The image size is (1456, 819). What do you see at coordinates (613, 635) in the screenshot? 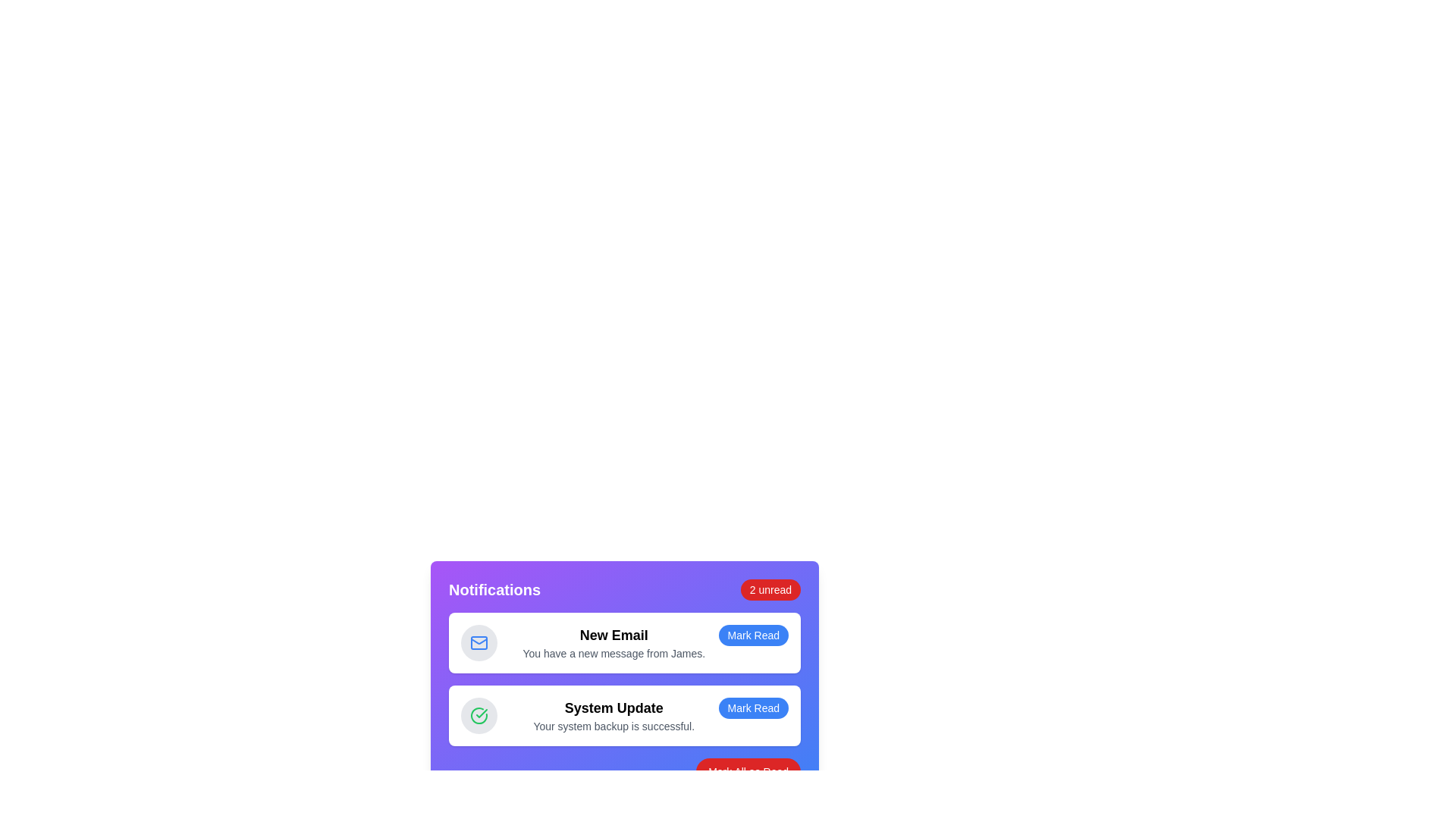
I see `the 'New Email' text label, which is styled in bold with a larger font size and black color, positioned at the top of the notification panel` at bounding box center [613, 635].